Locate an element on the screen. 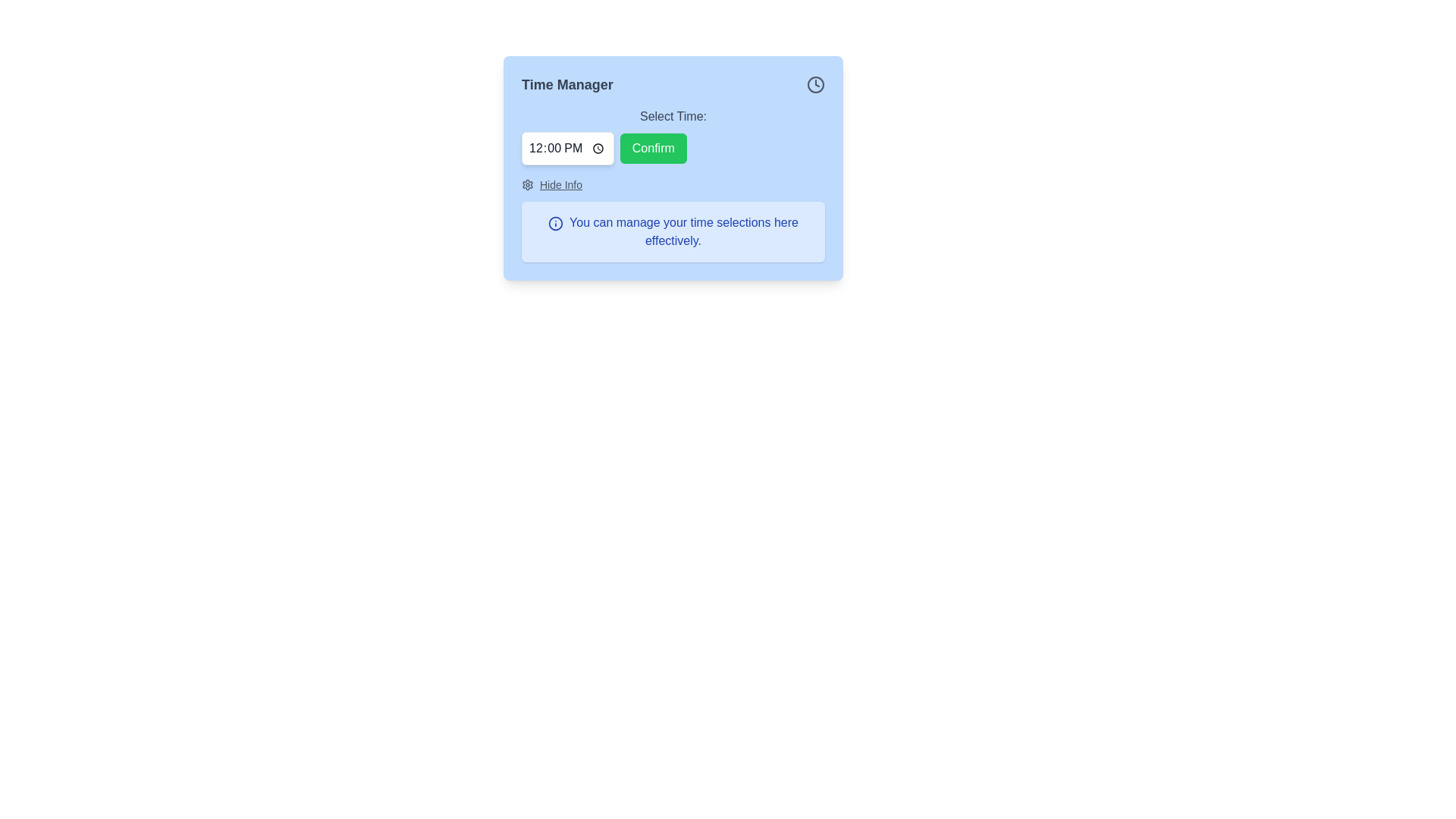 This screenshot has height=819, width=1456. the blue outlined circular SVG component that is part of the 'info' icon, located beside the 'Time Manager' heading at the top-right corner of the interface is located at coordinates (555, 223).